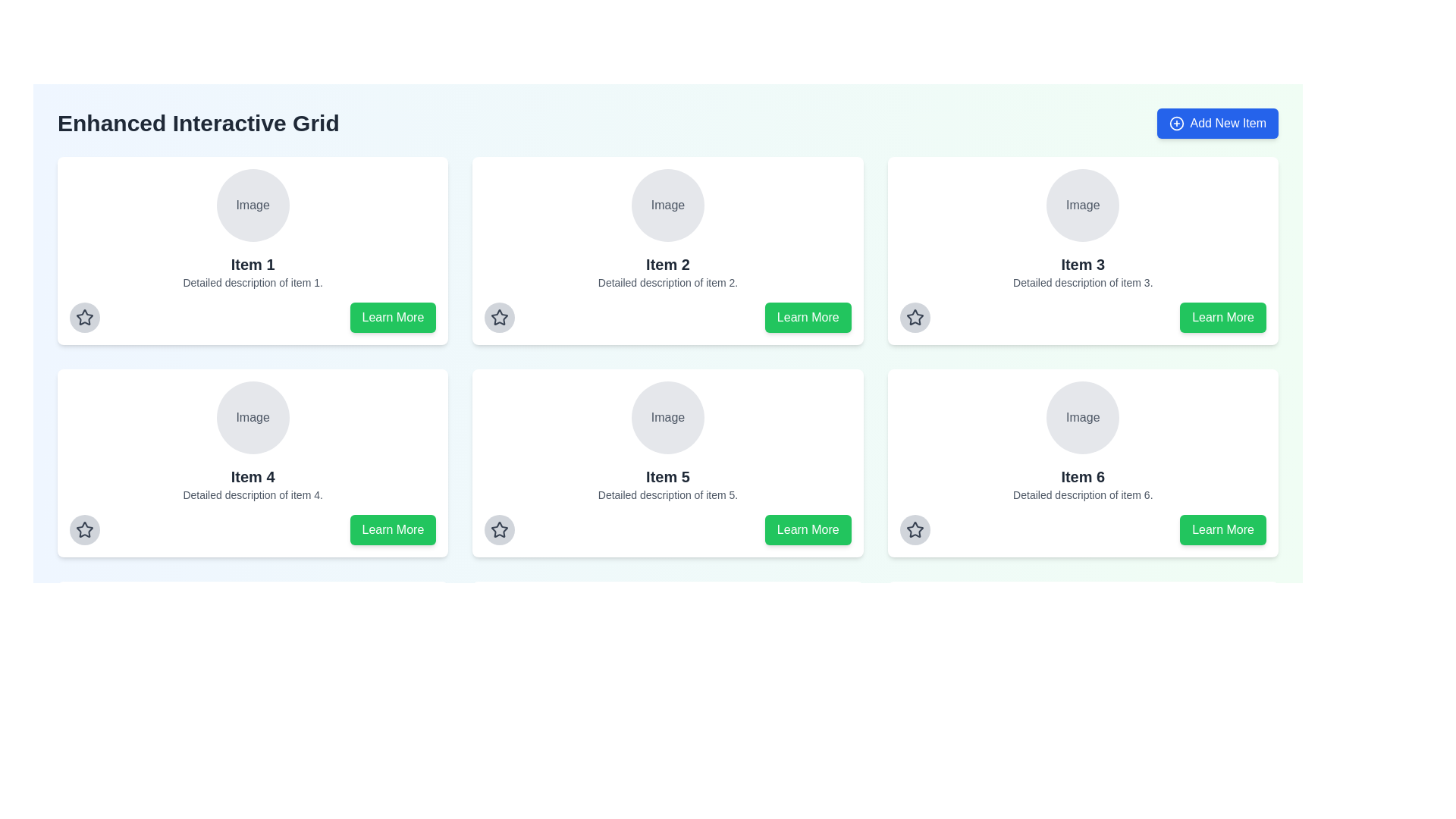  Describe the element at coordinates (83, 529) in the screenshot. I see `the star icon located in the bottom-left corner of the card for 'Item 4' to mark or unmark it as a favorite` at that location.